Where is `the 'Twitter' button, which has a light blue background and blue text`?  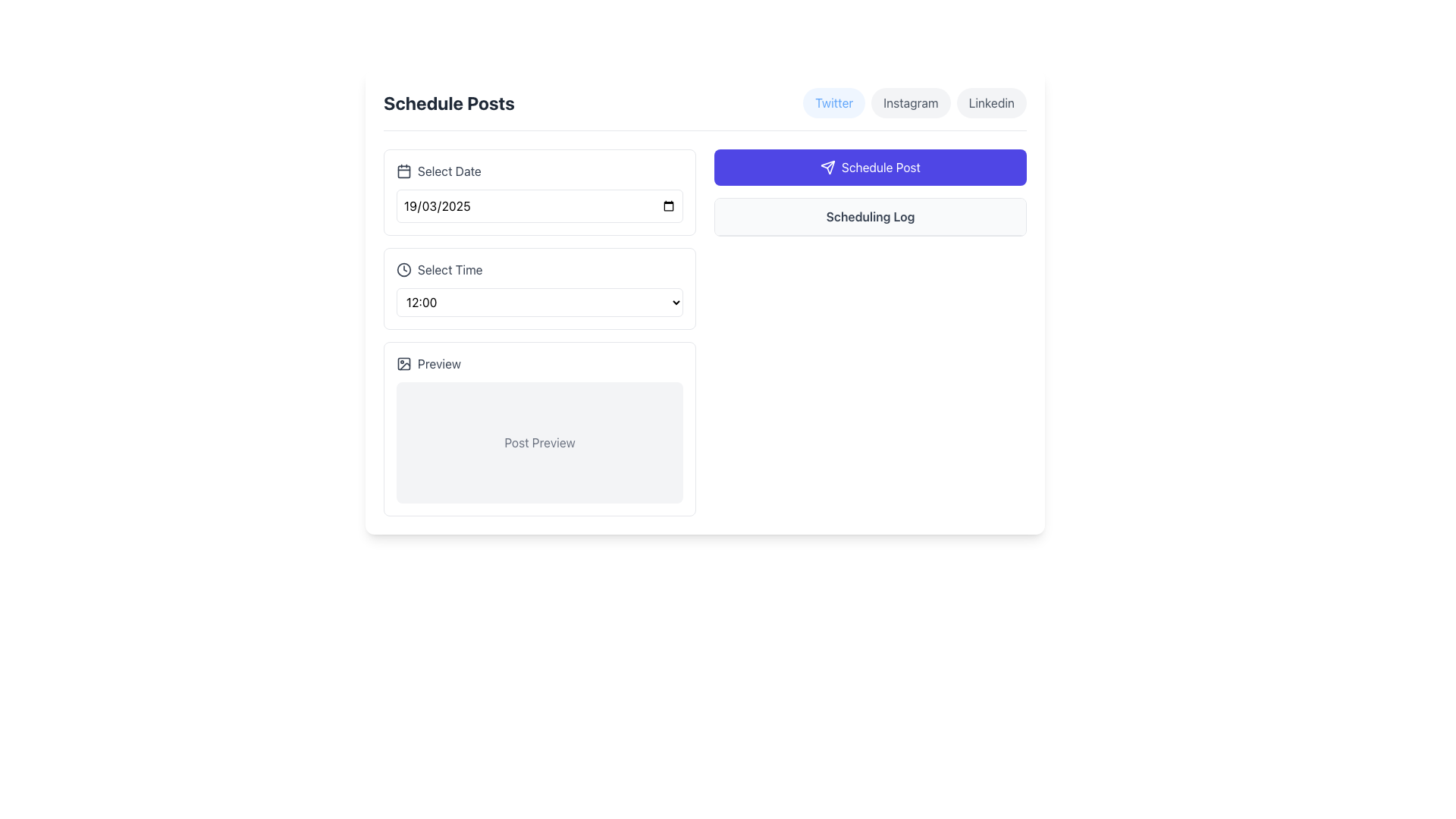
the 'Twitter' button, which has a light blue background and blue text is located at coordinates (833, 102).